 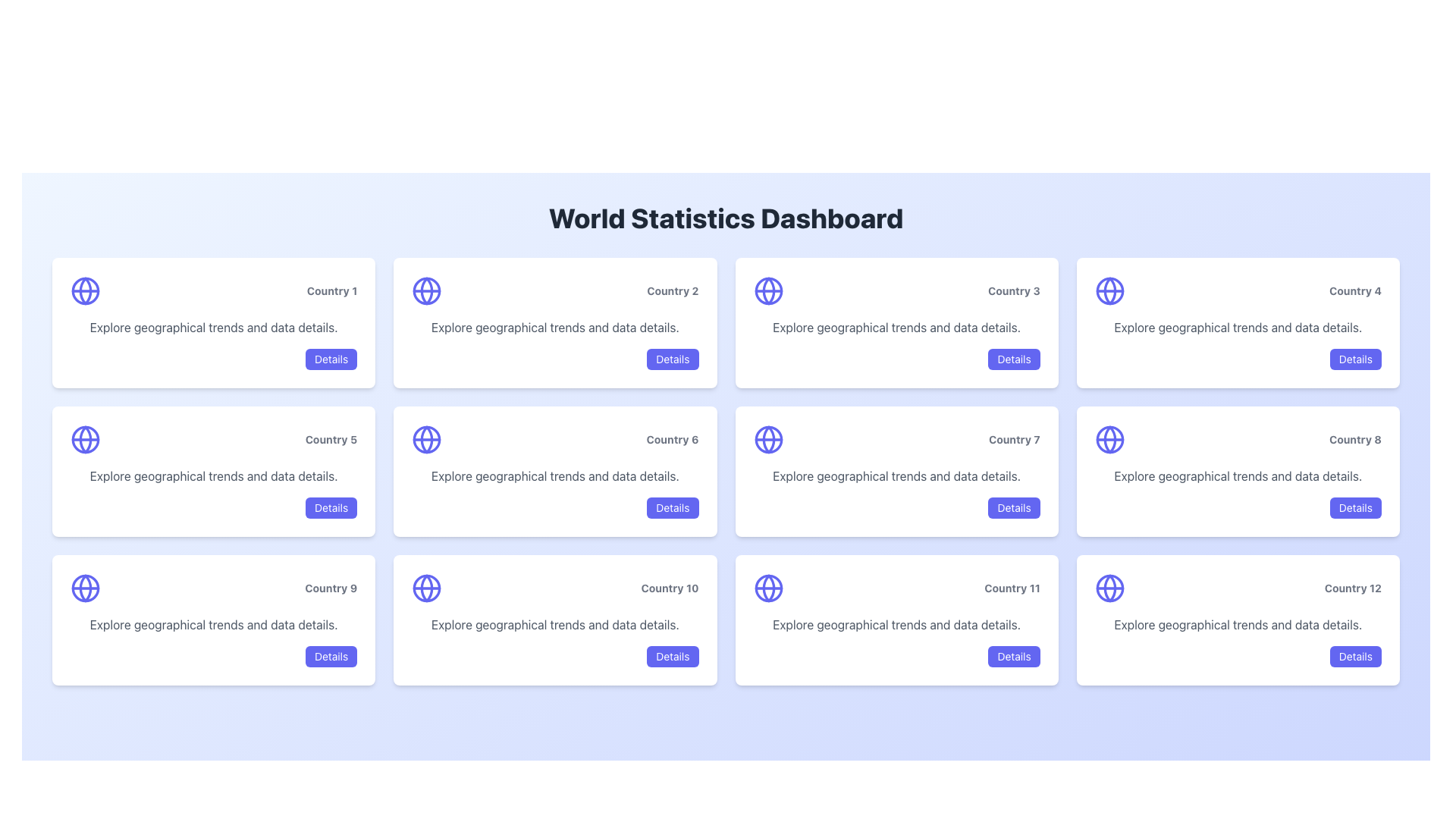 I want to click on the Static Text element that provides a description for the card located in the third card of a 4x3 grid layout, positioned below the title 'Country 3' and above the 'Details' button, so click(x=896, y=327).